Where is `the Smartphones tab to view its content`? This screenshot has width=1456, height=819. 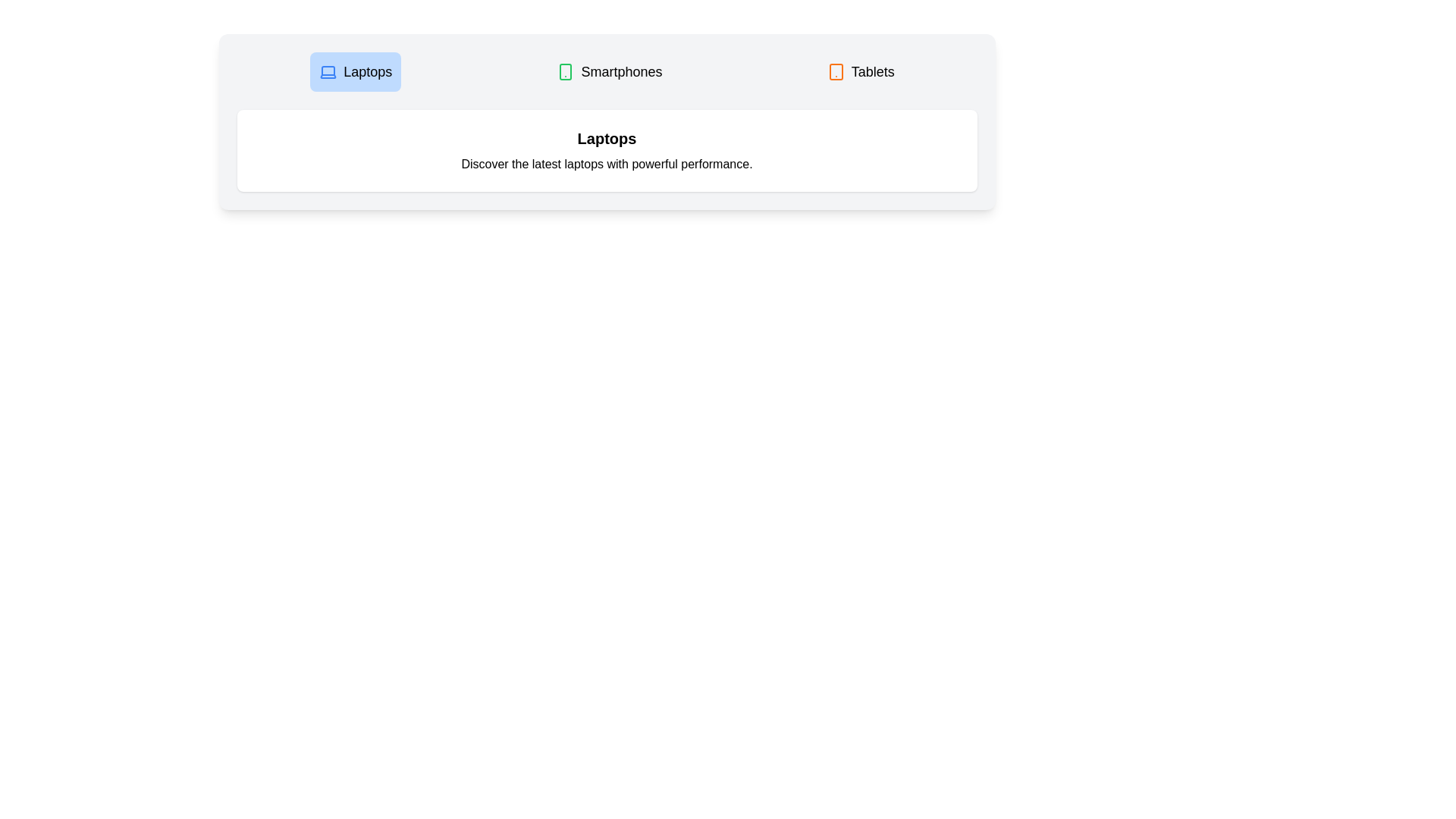 the Smartphones tab to view its content is located at coordinates (610, 72).